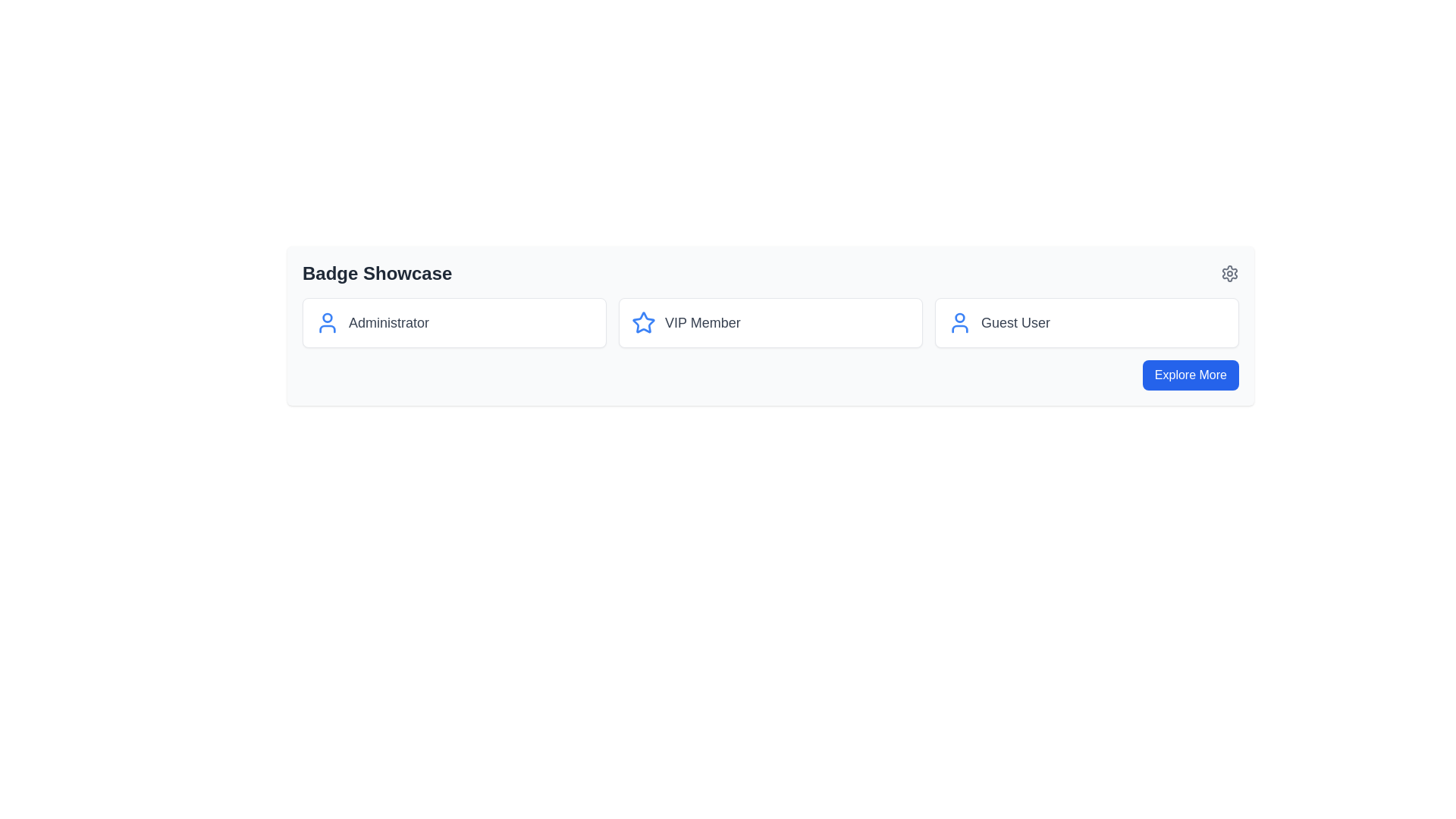 The height and width of the screenshot is (819, 1456). What do you see at coordinates (1015, 322) in the screenshot?
I see `the 'Guest User' text label located in the third card of the horizontal arrangement of user role cards, which is right-aligned to a user icon` at bounding box center [1015, 322].